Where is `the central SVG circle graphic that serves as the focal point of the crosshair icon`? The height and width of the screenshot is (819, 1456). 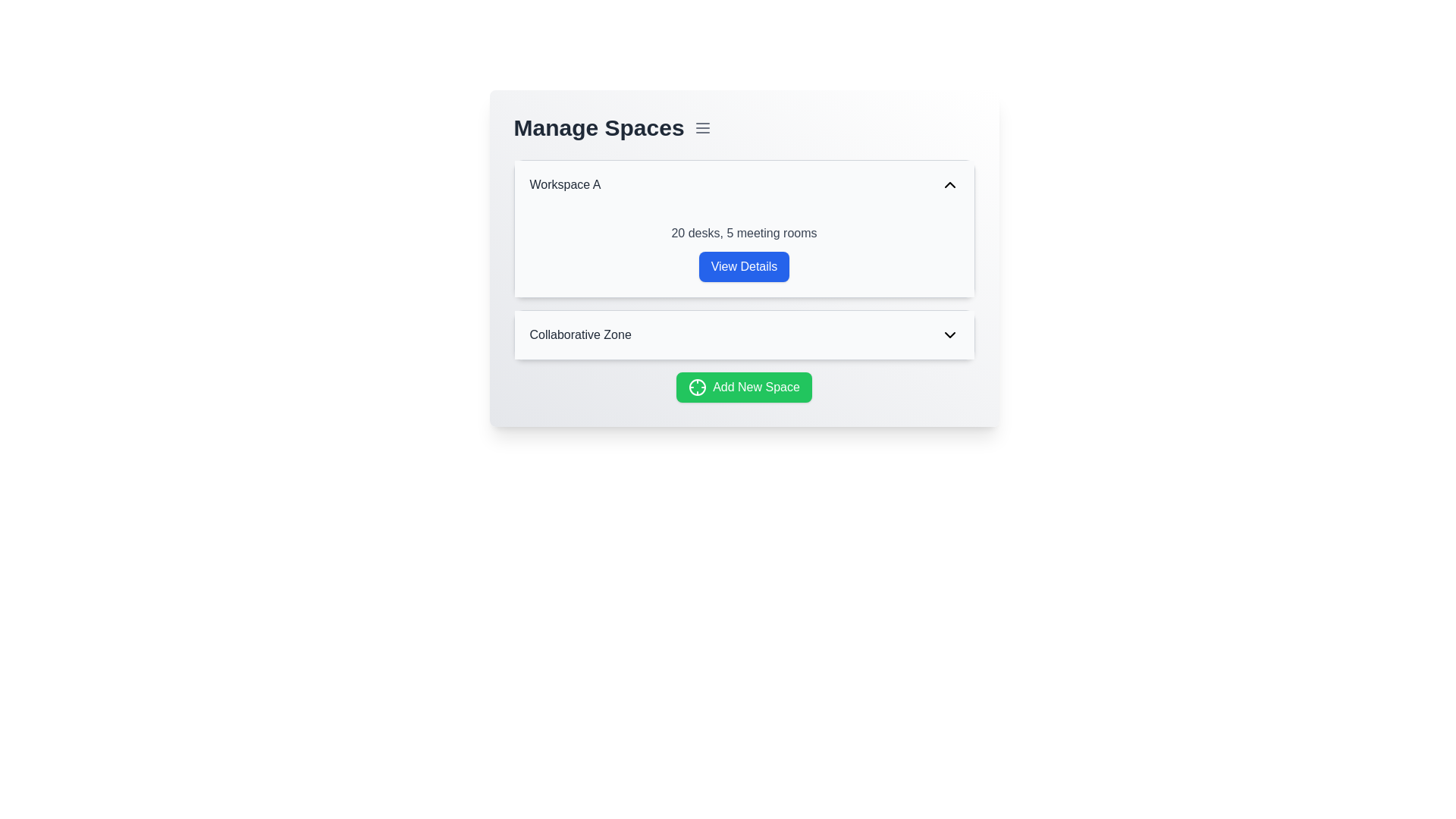
the central SVG circle graphic that serves as the focal point of the crosshair icon is located at coordinates (697, 386).